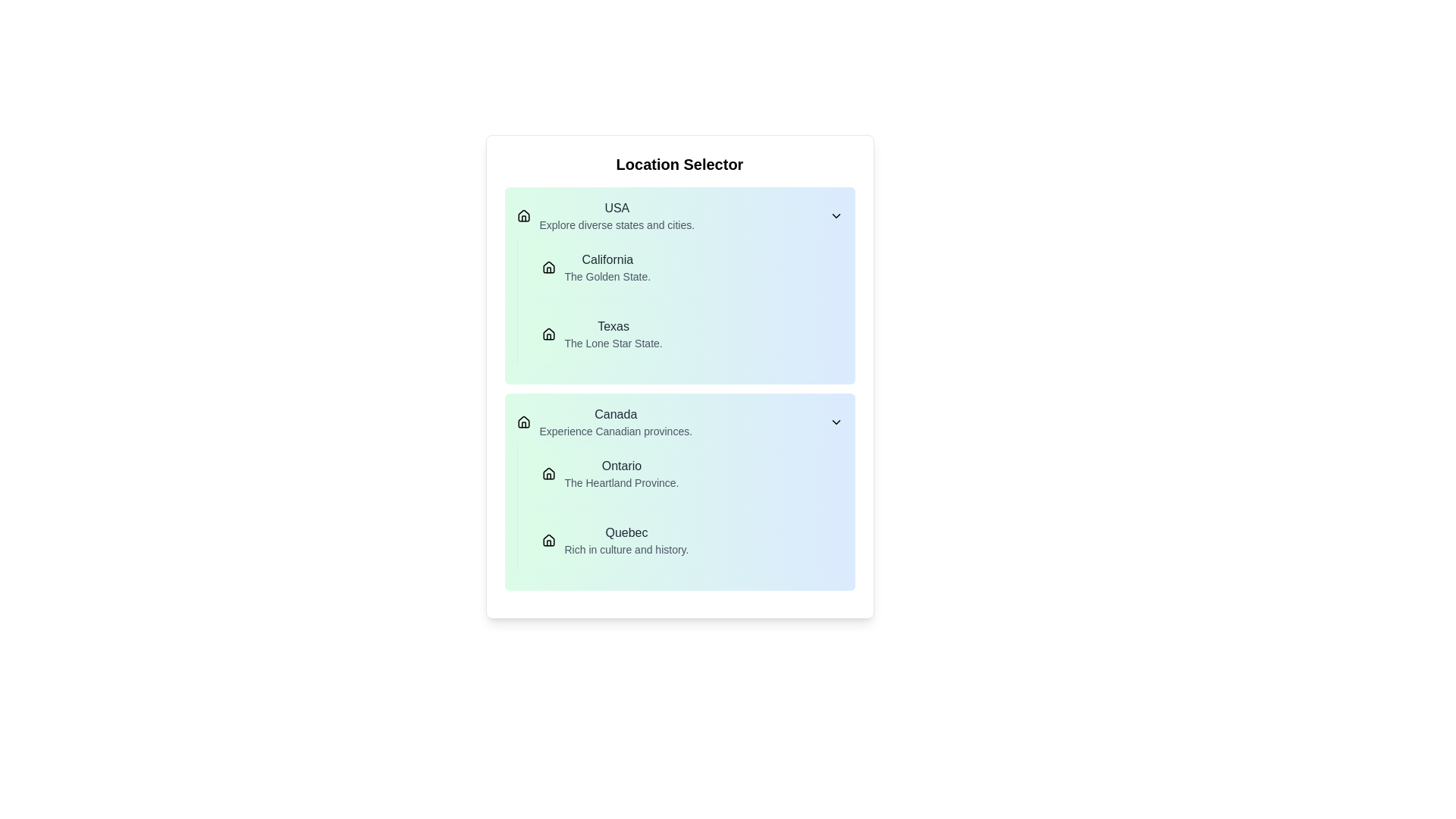 Image resolution: width=1456 pixels, height=819 pixels. What do you see at coordinates (548, 539) in the screenshot?
I see `the visual indicator icon for the 'Quebec' section, located next to the text 'Quebec'` at bounding box center [548, 539].